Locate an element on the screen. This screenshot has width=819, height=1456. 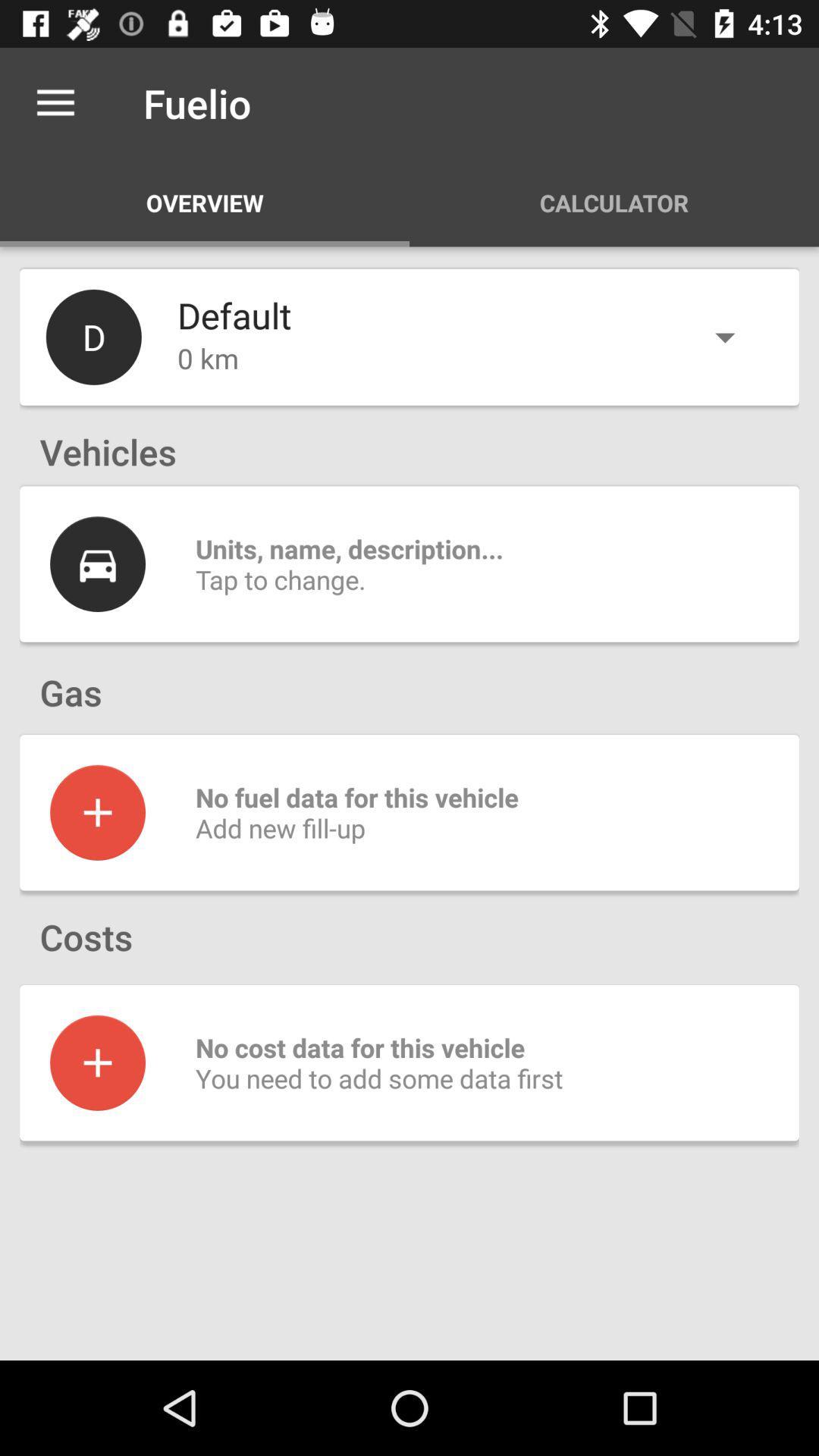
open details of subject is located at coordinates (97, 563).